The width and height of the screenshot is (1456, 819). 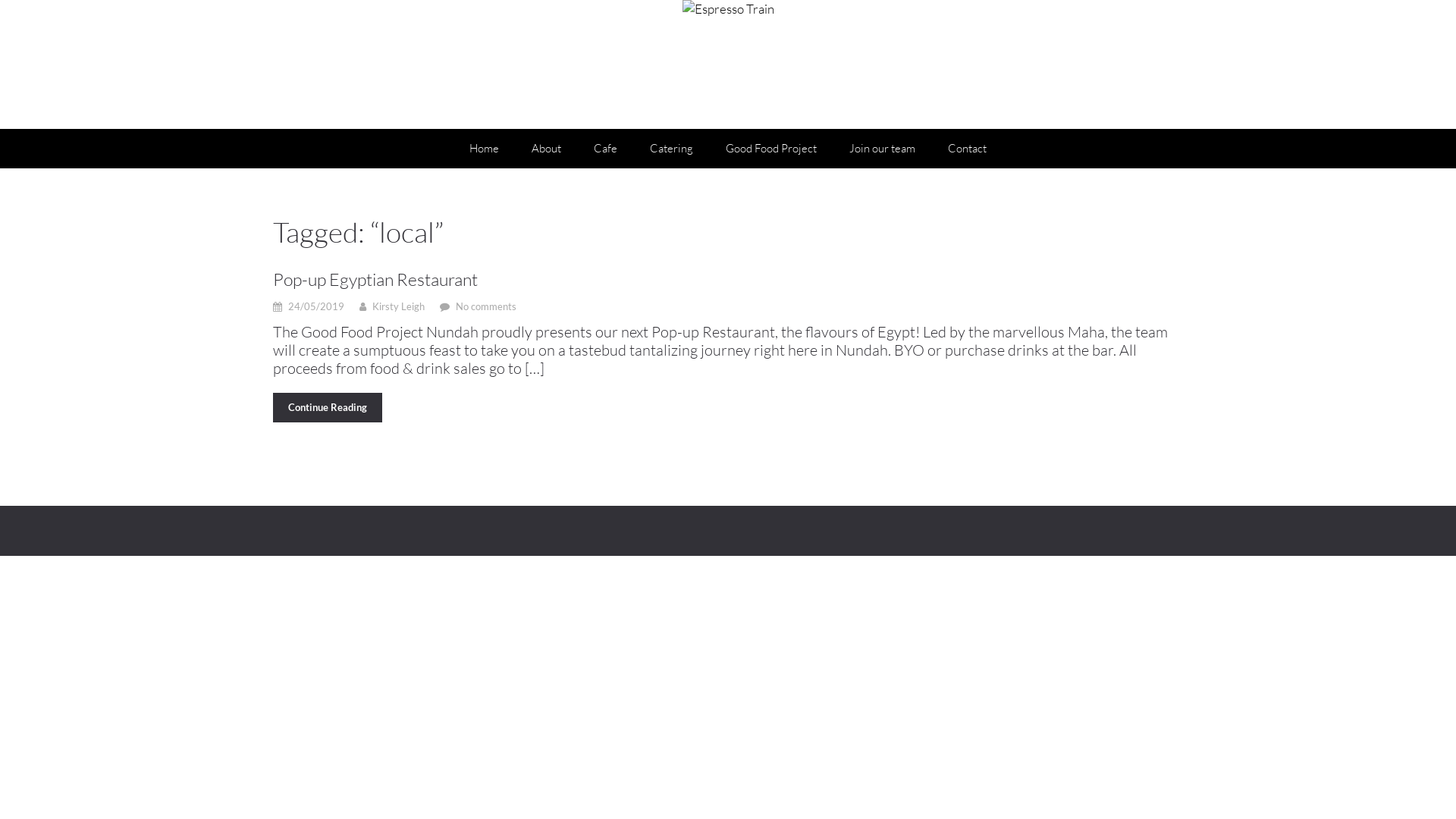 What do you see at coordinates (327, 406) in the screenshot?
I see `'Continue Reading'` at bounding box center [327, 406].